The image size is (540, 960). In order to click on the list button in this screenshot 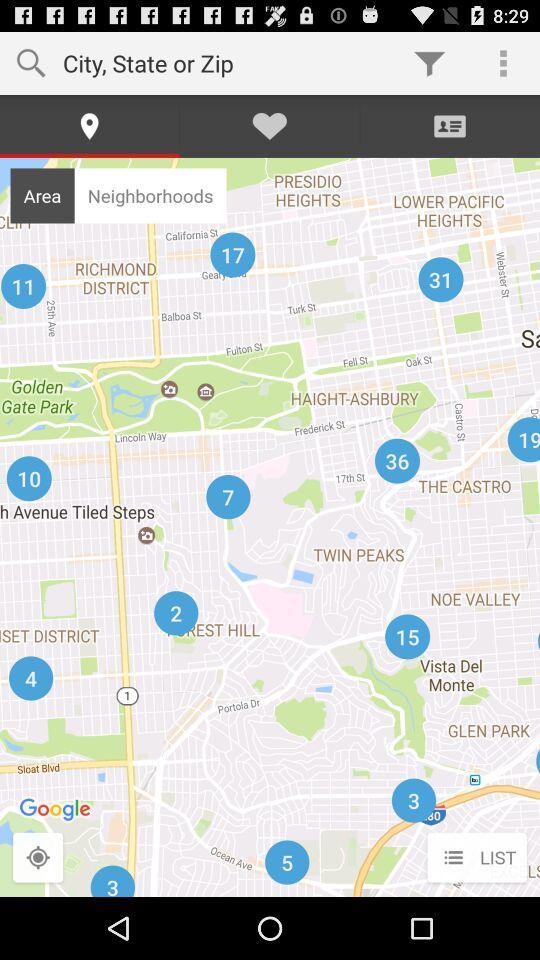, I will do `click(476, 857)`.